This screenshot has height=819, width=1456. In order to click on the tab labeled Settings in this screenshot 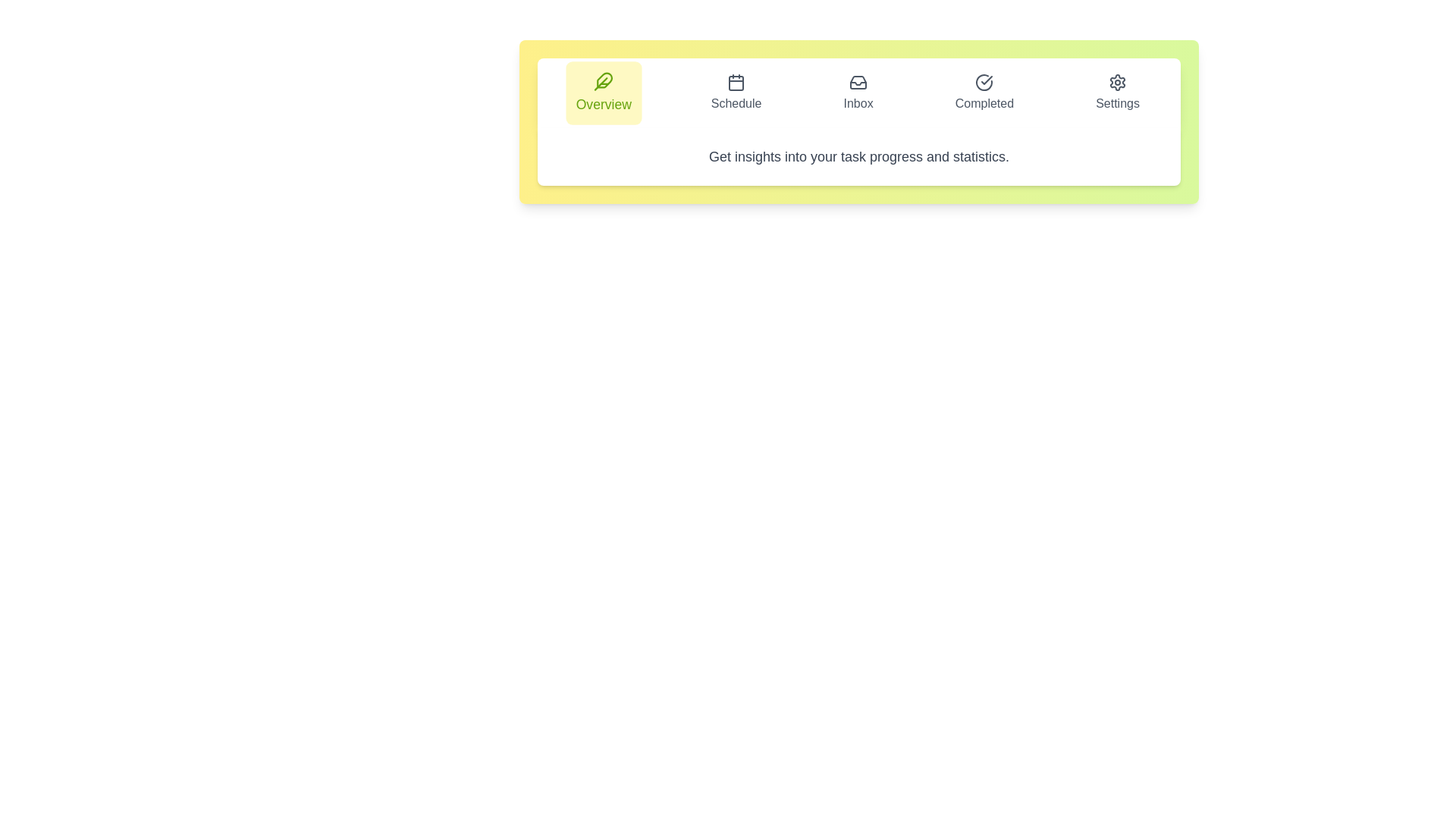, I will do `click(1117, 93)`.